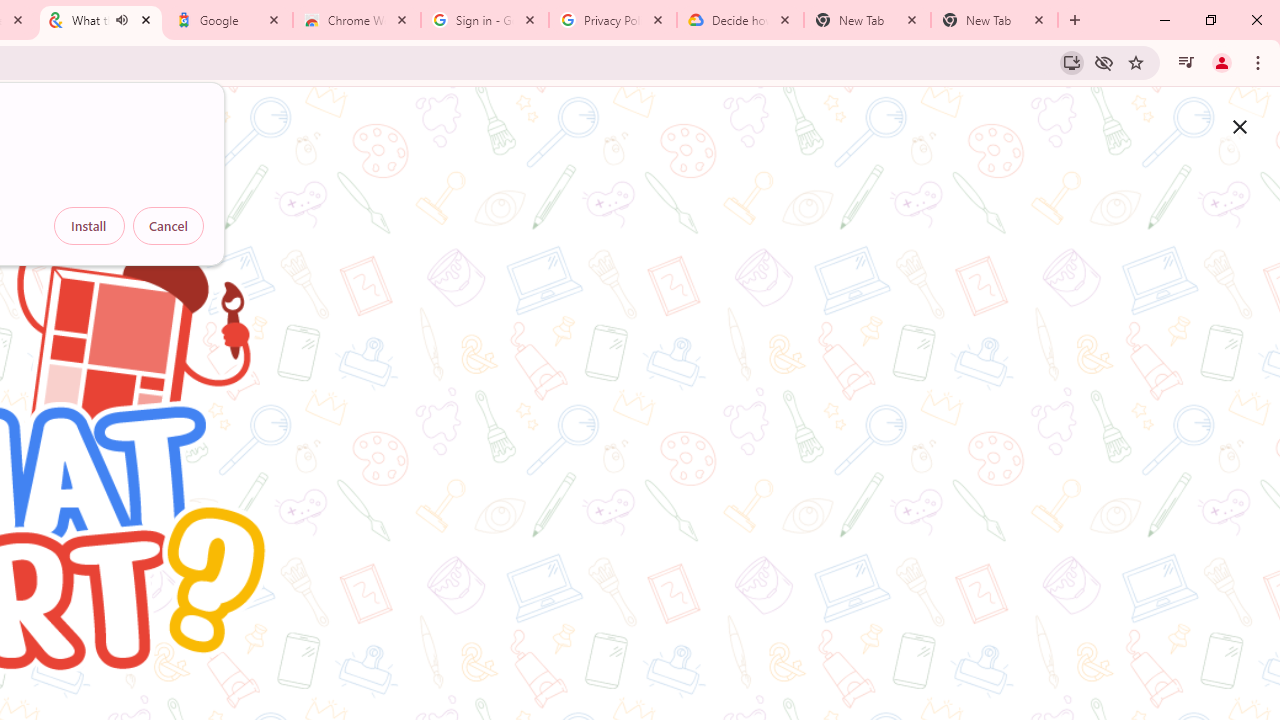 Image resolution: width=1280 pixels, height=720 pixels. I want to click on 'Third-party cookies blocked', so click(1103, 61).